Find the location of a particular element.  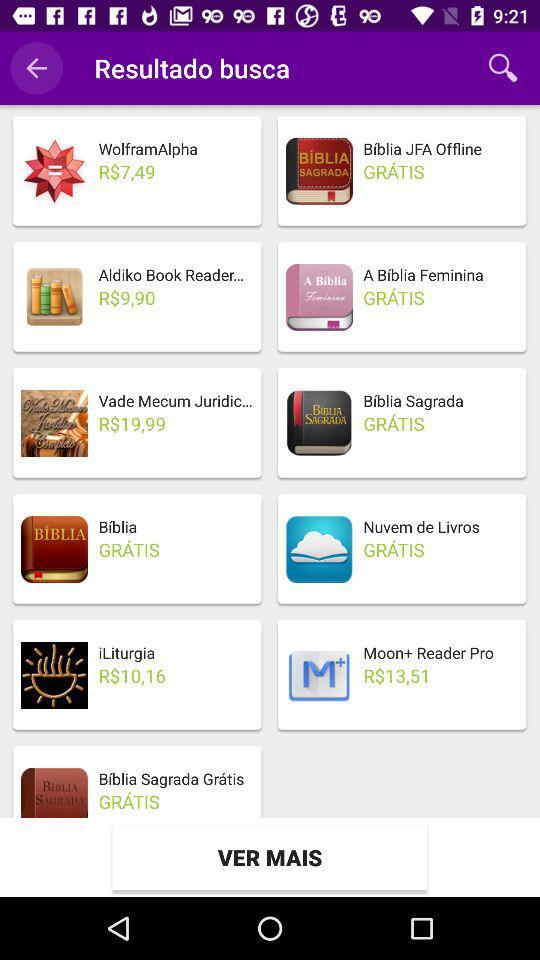

the item to the right of resultado busca icon is located at coordinates (502, 68).